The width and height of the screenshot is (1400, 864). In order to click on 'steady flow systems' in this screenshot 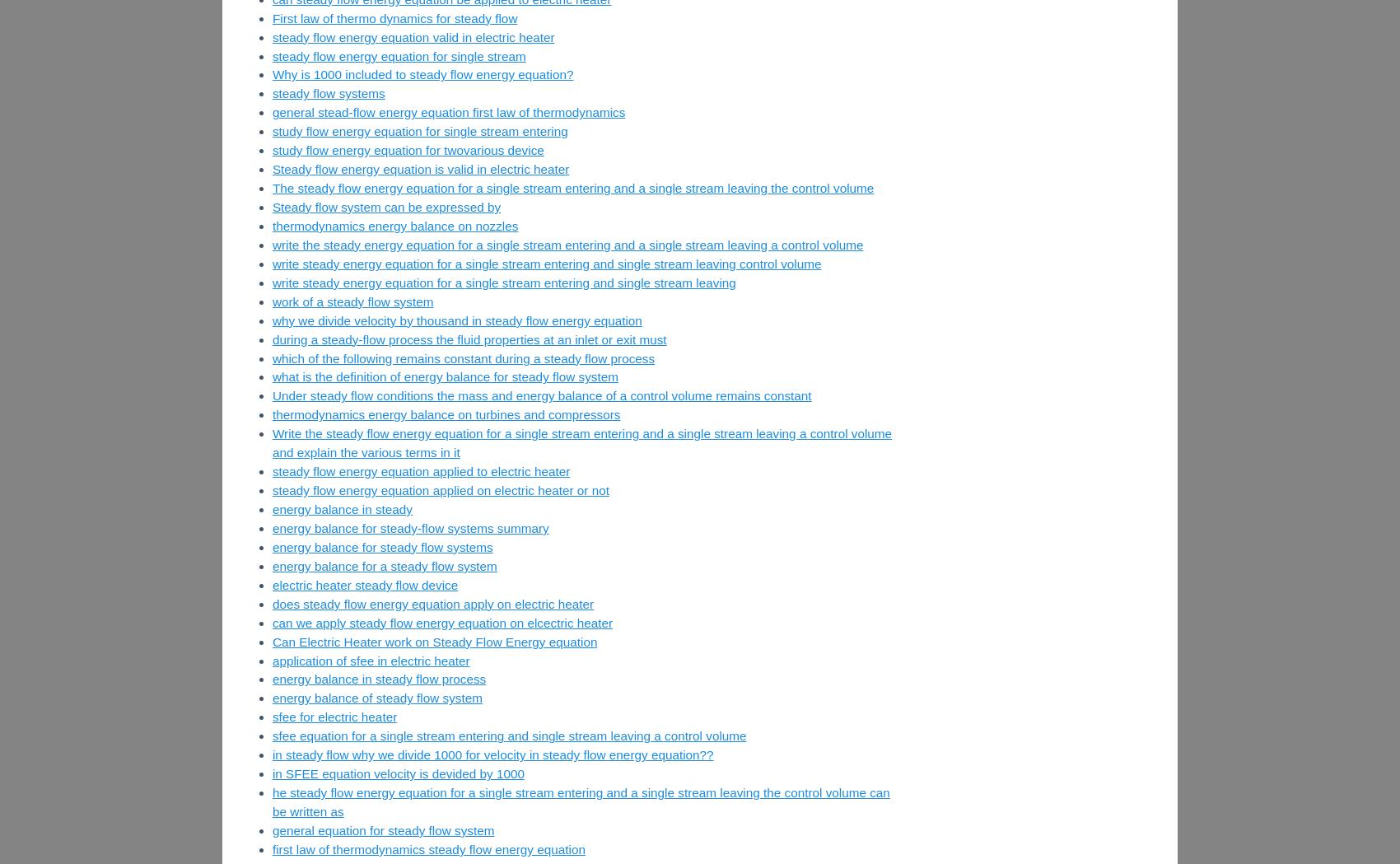, I will do `click(327, 92)`.